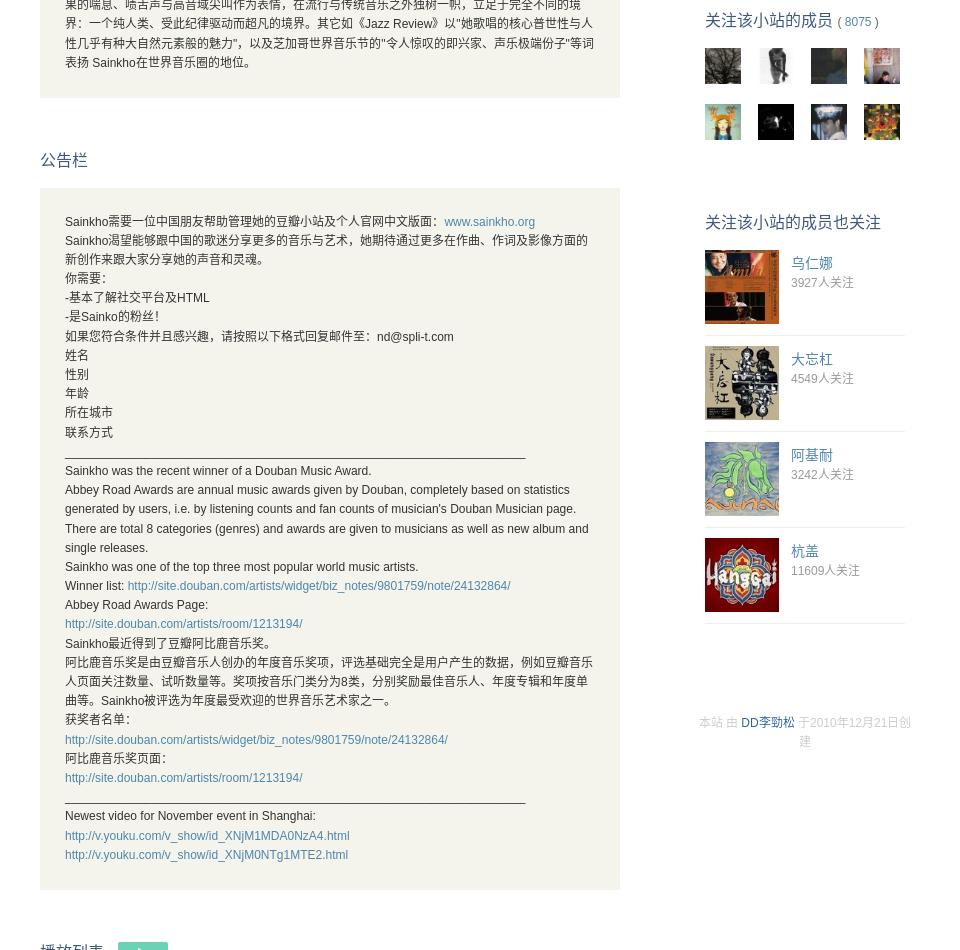  I want to click on '11609人关注', so click(825, 571).